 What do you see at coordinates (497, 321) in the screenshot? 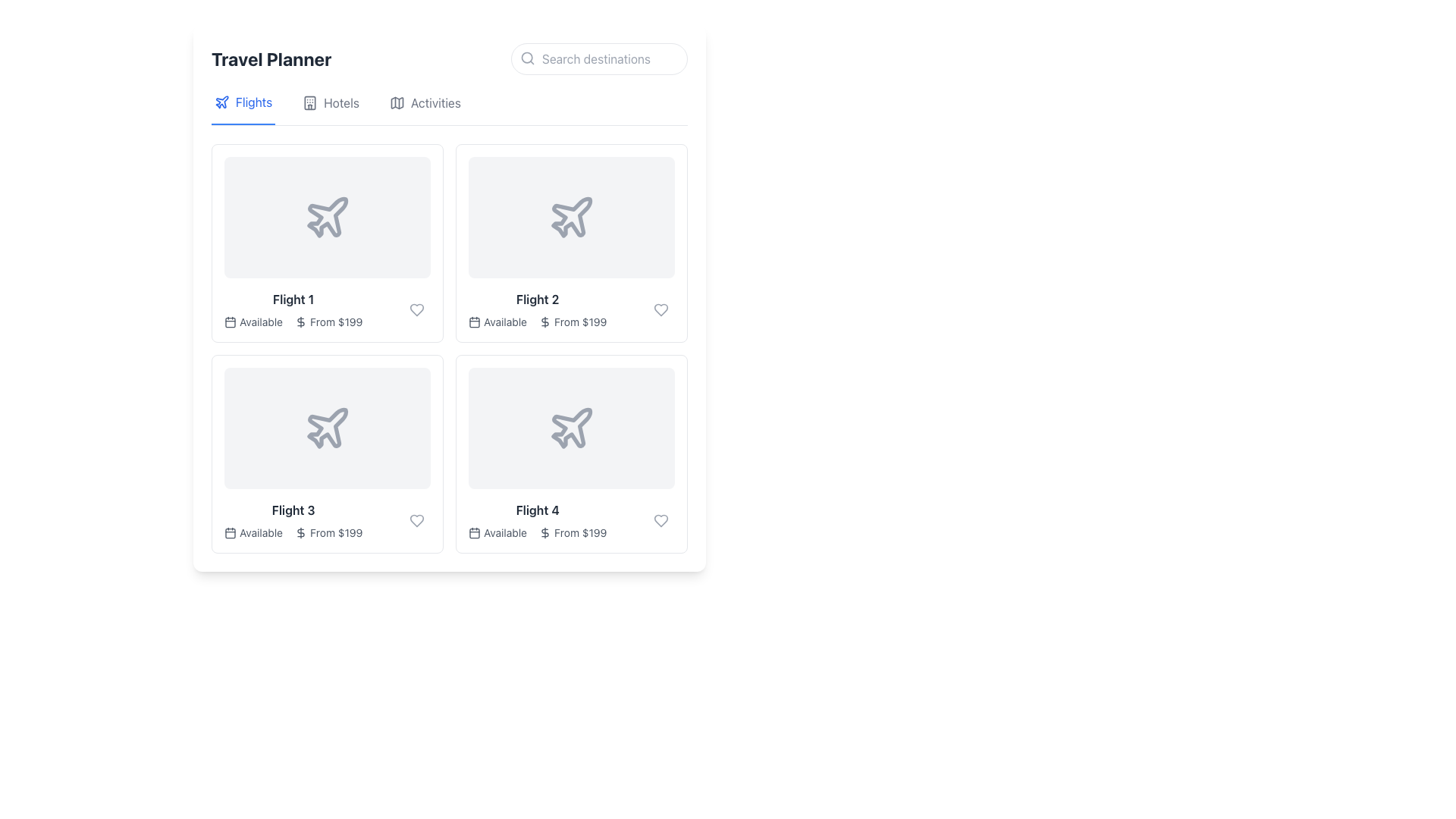
I see `availability status label with decorative icon located in the 'Flight 2' card, which is positioned below the flight preview image and above the pricing information` at bounding box center [497, 321].